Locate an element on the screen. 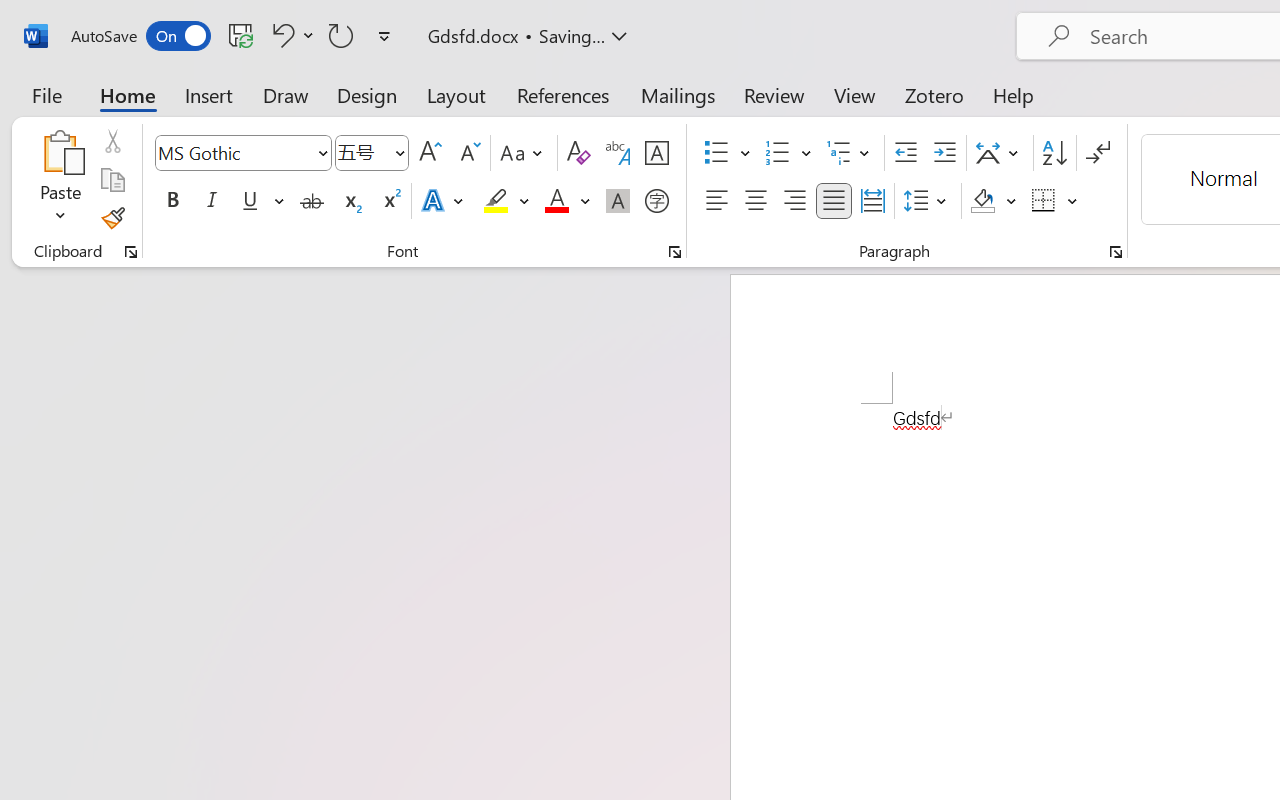  'Shading' is located at coordinates (993, 201).